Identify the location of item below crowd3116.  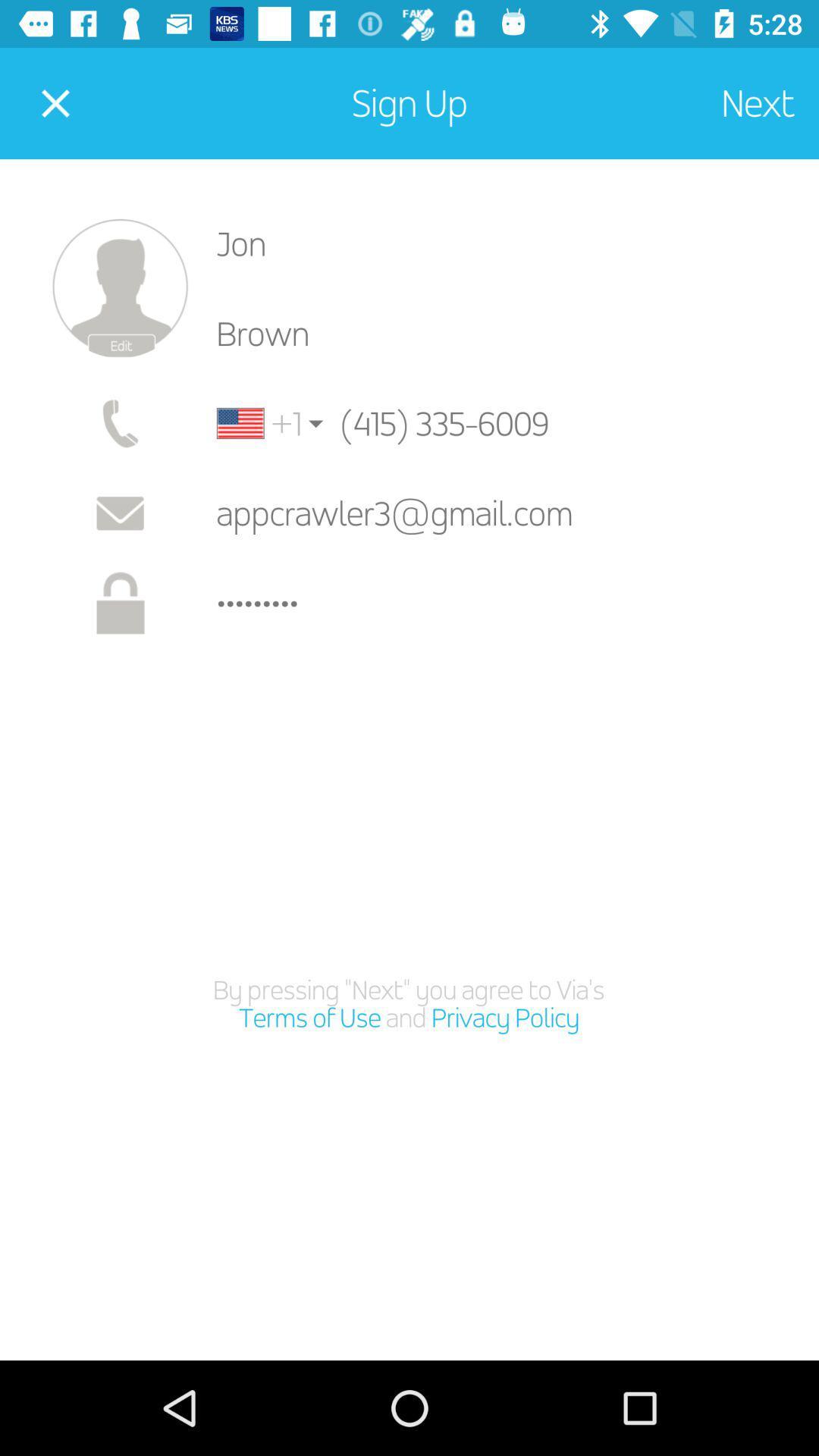
(408, 1004).